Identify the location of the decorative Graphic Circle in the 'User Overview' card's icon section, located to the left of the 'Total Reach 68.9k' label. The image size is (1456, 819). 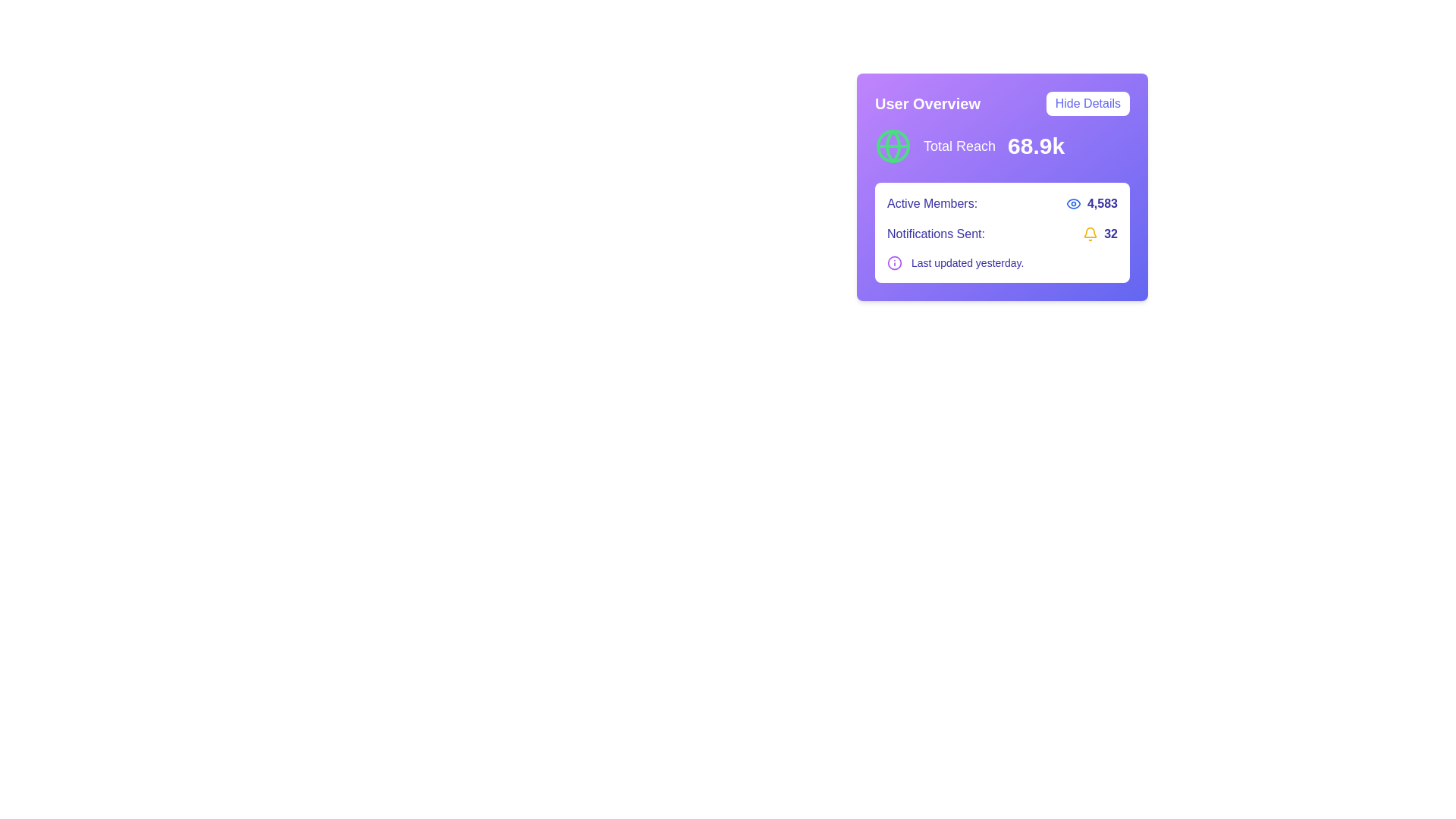
(893, 146).